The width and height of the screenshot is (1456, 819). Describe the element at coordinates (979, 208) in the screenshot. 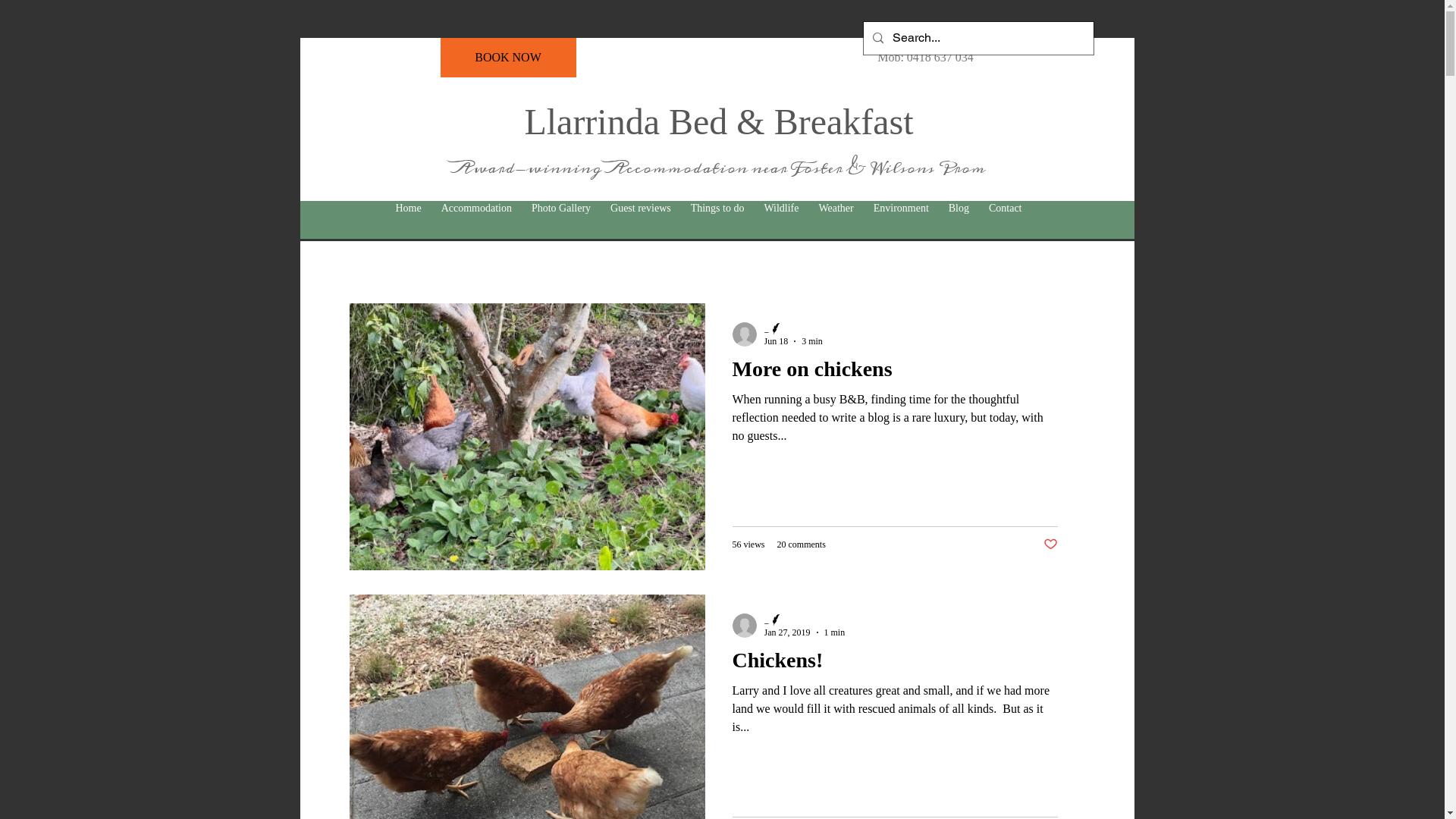

I see `'Contact'` at that location.